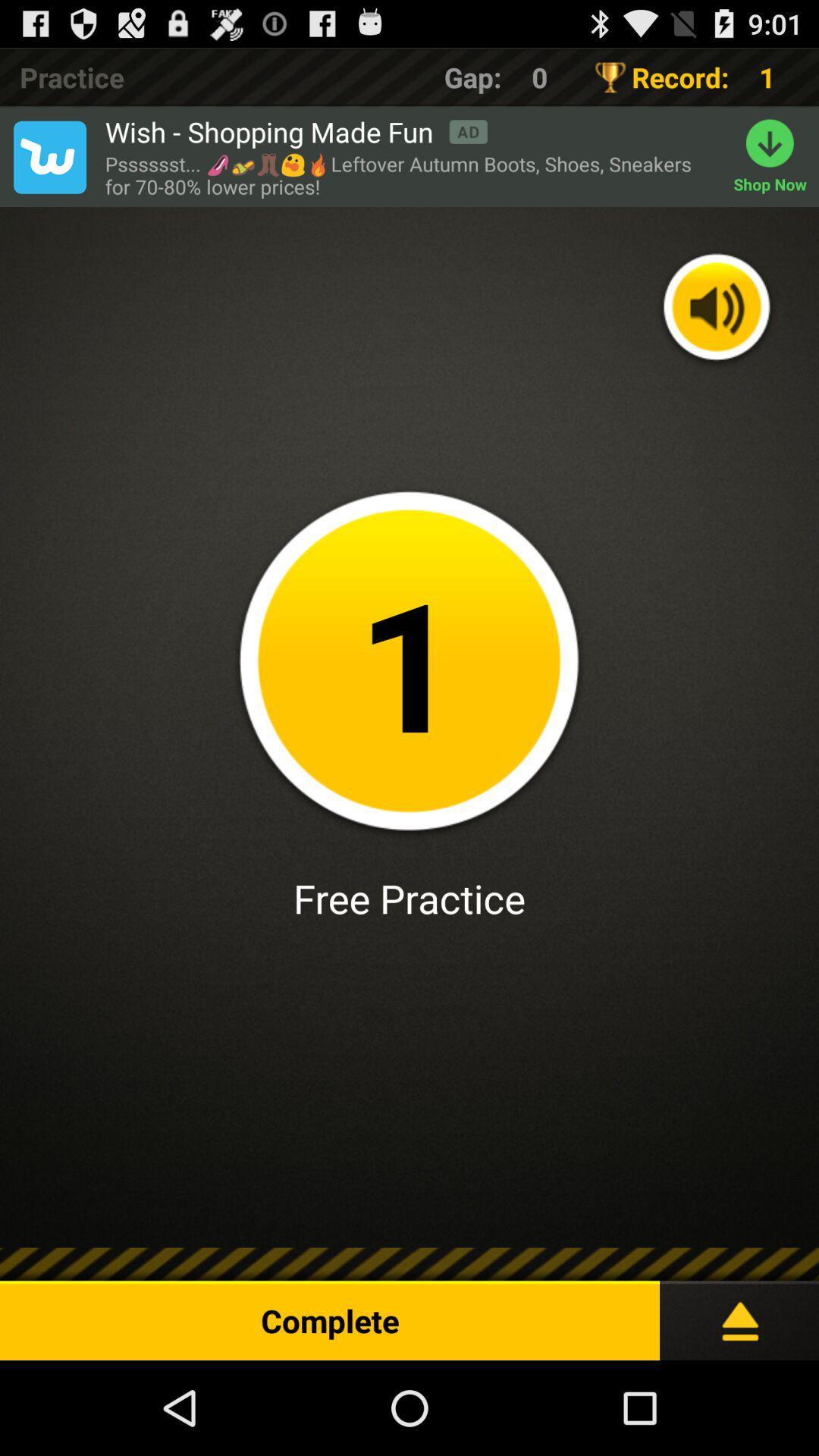 This screenshot has width=819, height=1456. What do you see at coordinates (49, 157) in the screenshot?
I see `logo` at bounding box center [49, 157].